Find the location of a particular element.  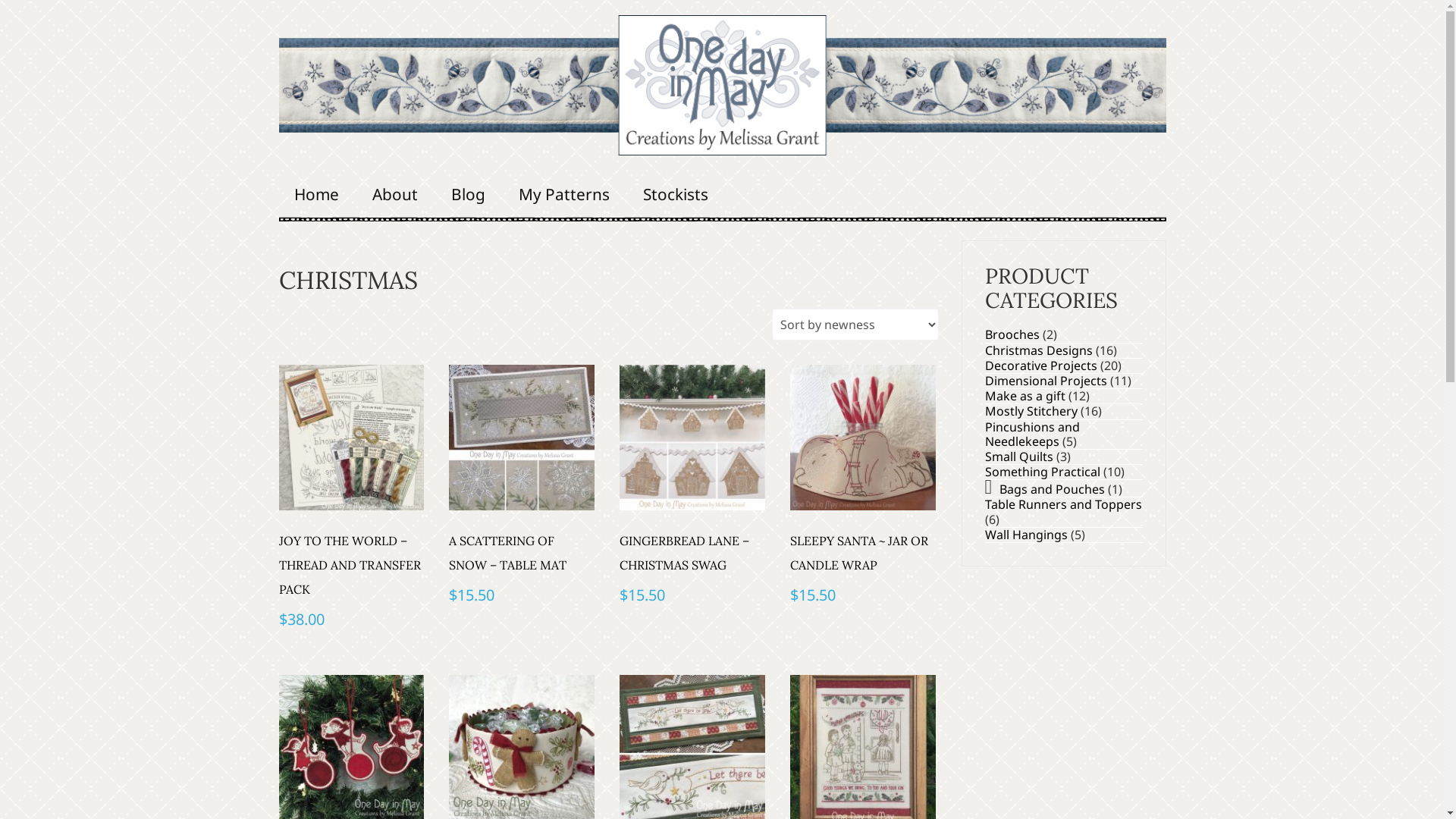

'Blog' is located at coordinates (435, 193).